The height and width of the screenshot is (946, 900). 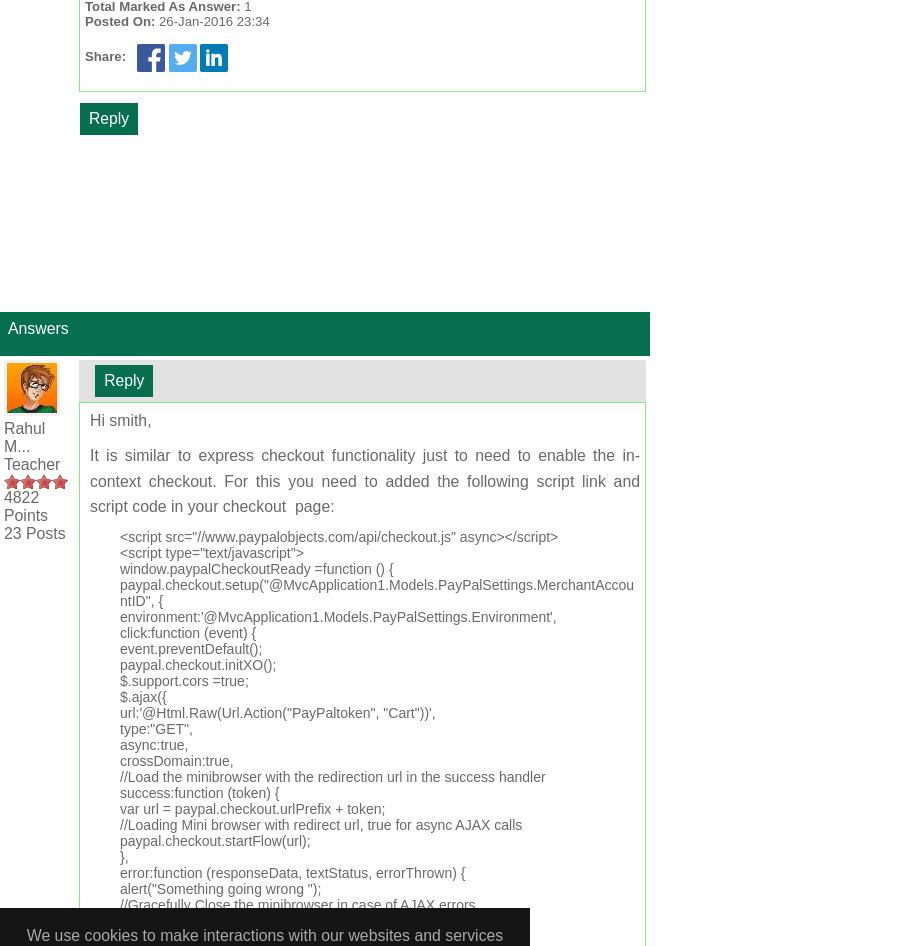 What do you see at coordinates (119, 568) in the screenshot?
I see `'window.paypalCheckoutReady =function () {'` at bounding box center [119, 568].